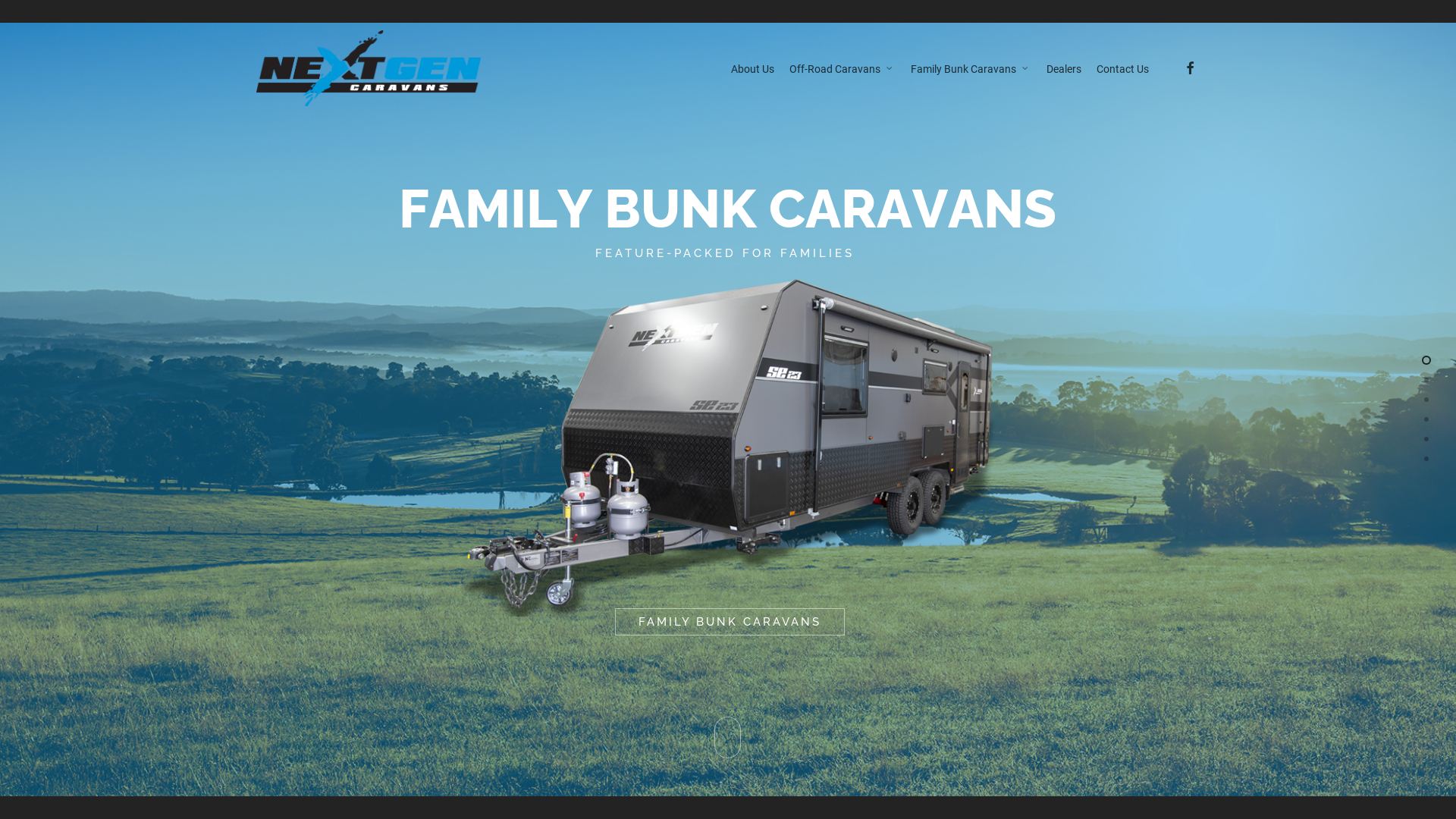 This screenshot has width=1456, height=819. I want to click on 'About Us', so click(752, 67).